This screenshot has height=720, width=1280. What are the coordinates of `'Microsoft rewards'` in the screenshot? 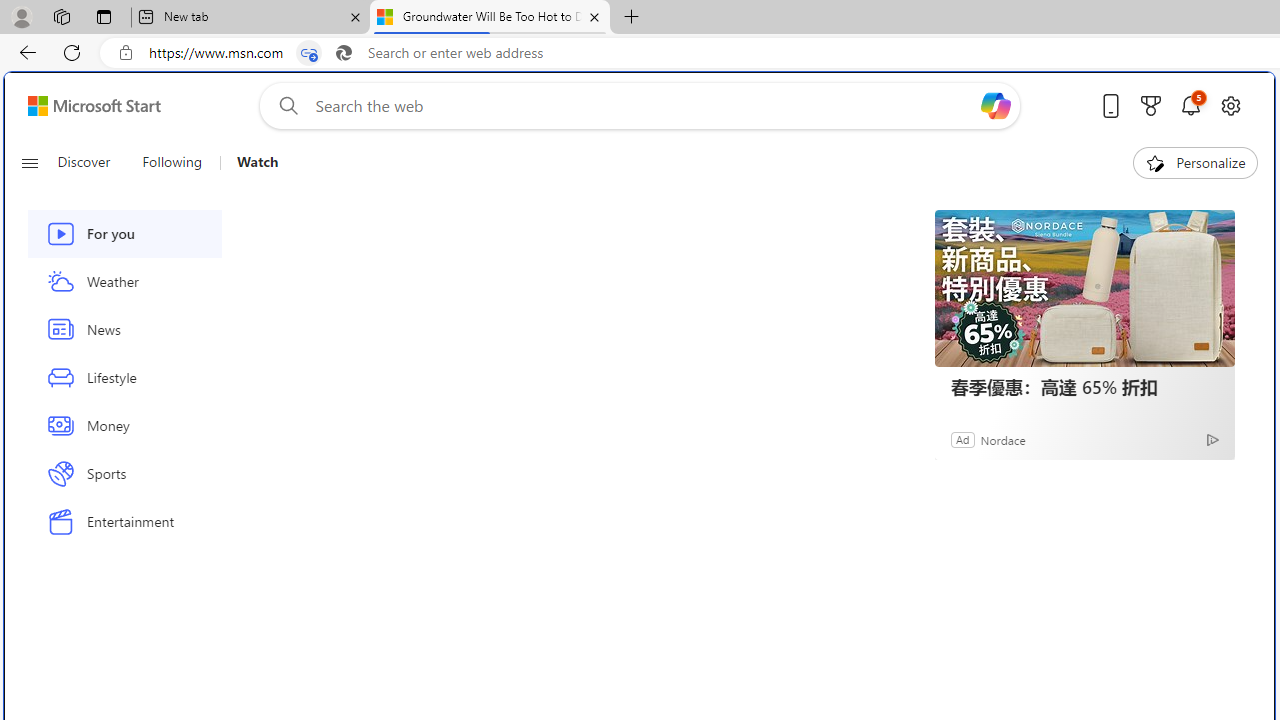 It's located at (1151, 105).